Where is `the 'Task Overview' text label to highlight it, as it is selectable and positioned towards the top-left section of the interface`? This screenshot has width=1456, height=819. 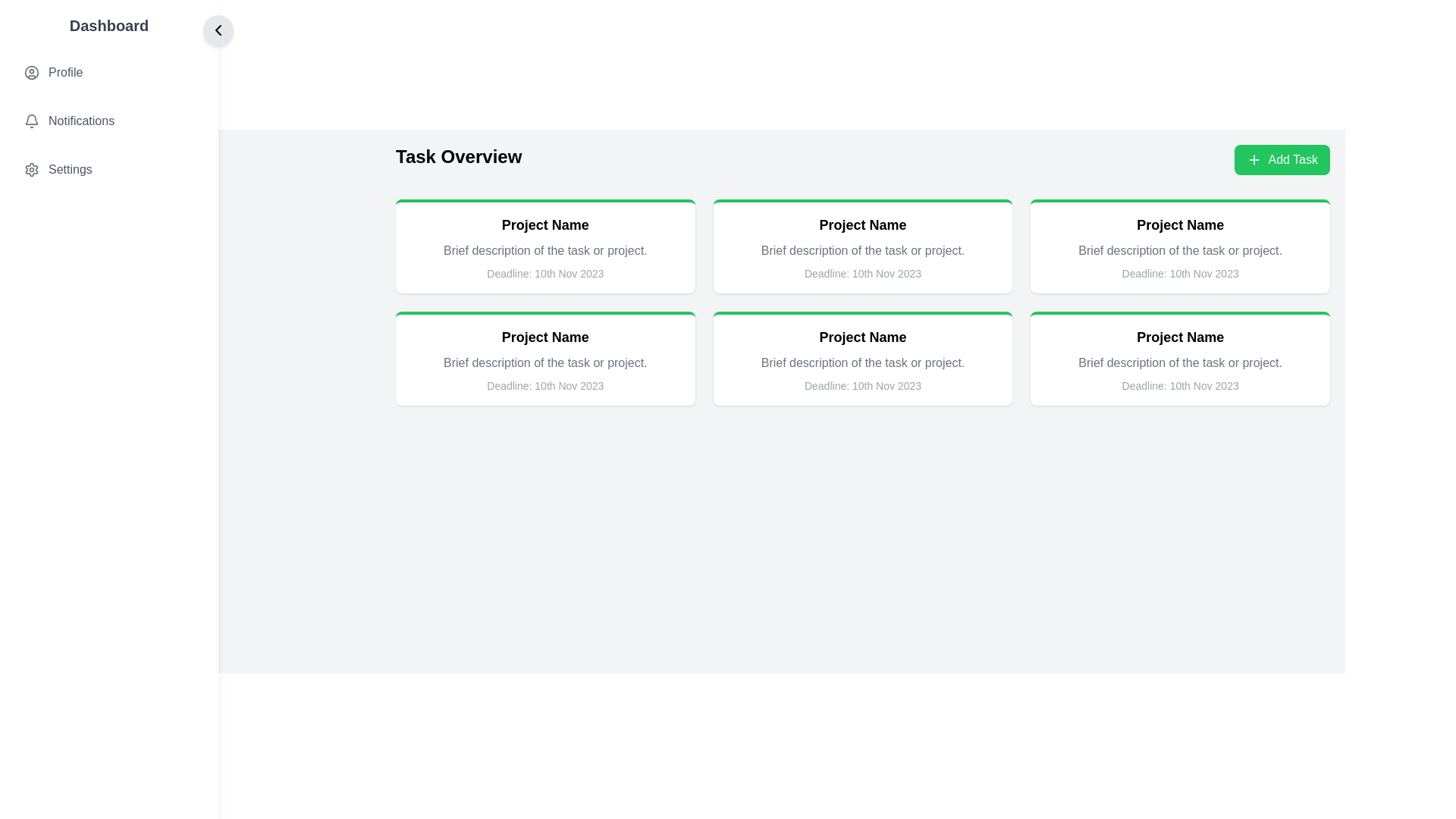 the 'Task Overview' text label to highlight it, as it is selectable and positioned towards the top-left section of the interface is located at coordinates (458, 160).